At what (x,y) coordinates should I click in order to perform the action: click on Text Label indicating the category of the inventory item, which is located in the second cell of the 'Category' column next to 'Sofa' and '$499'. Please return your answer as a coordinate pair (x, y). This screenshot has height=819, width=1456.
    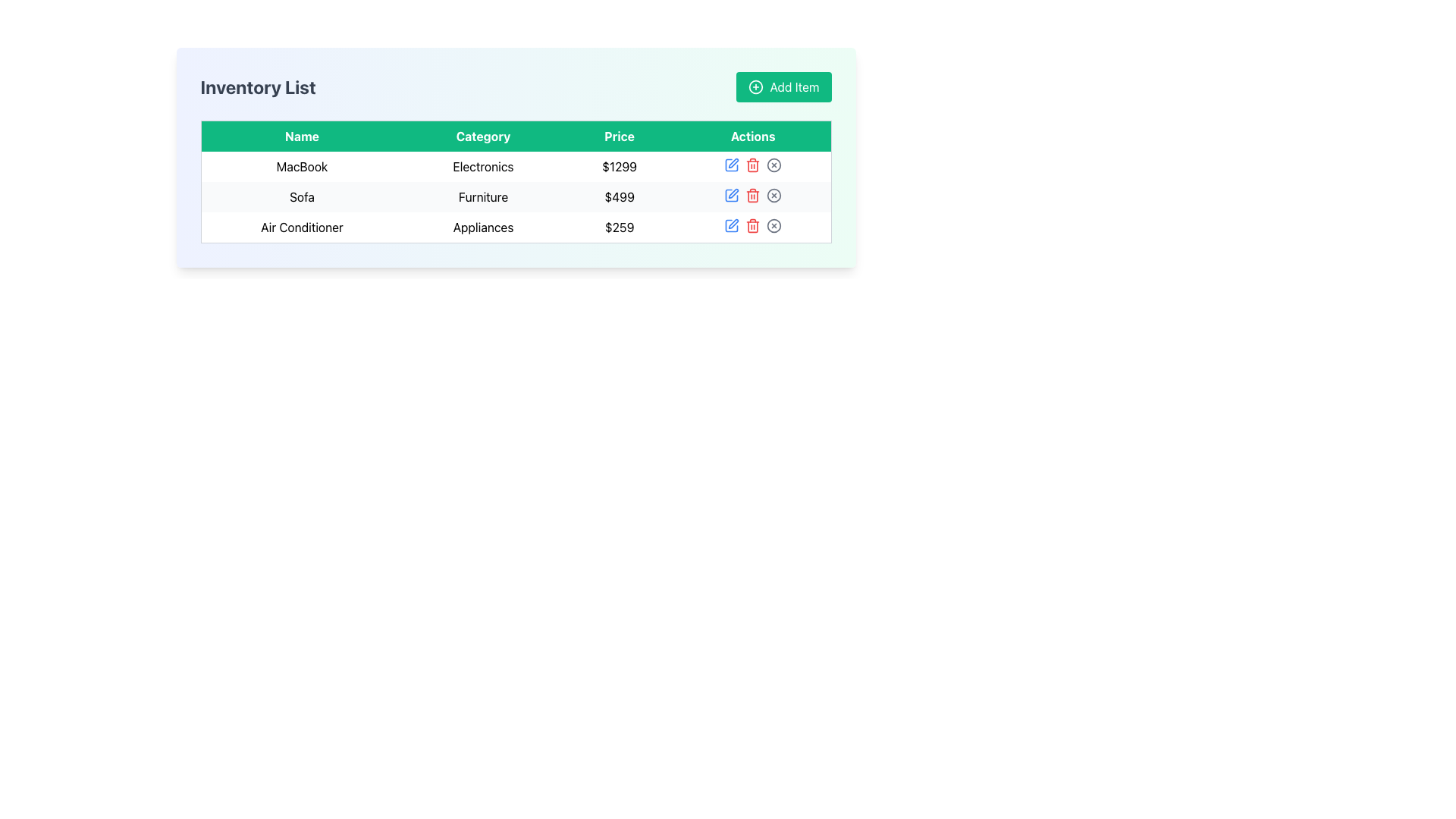
    Looking at the image, I should click on (482, 196).